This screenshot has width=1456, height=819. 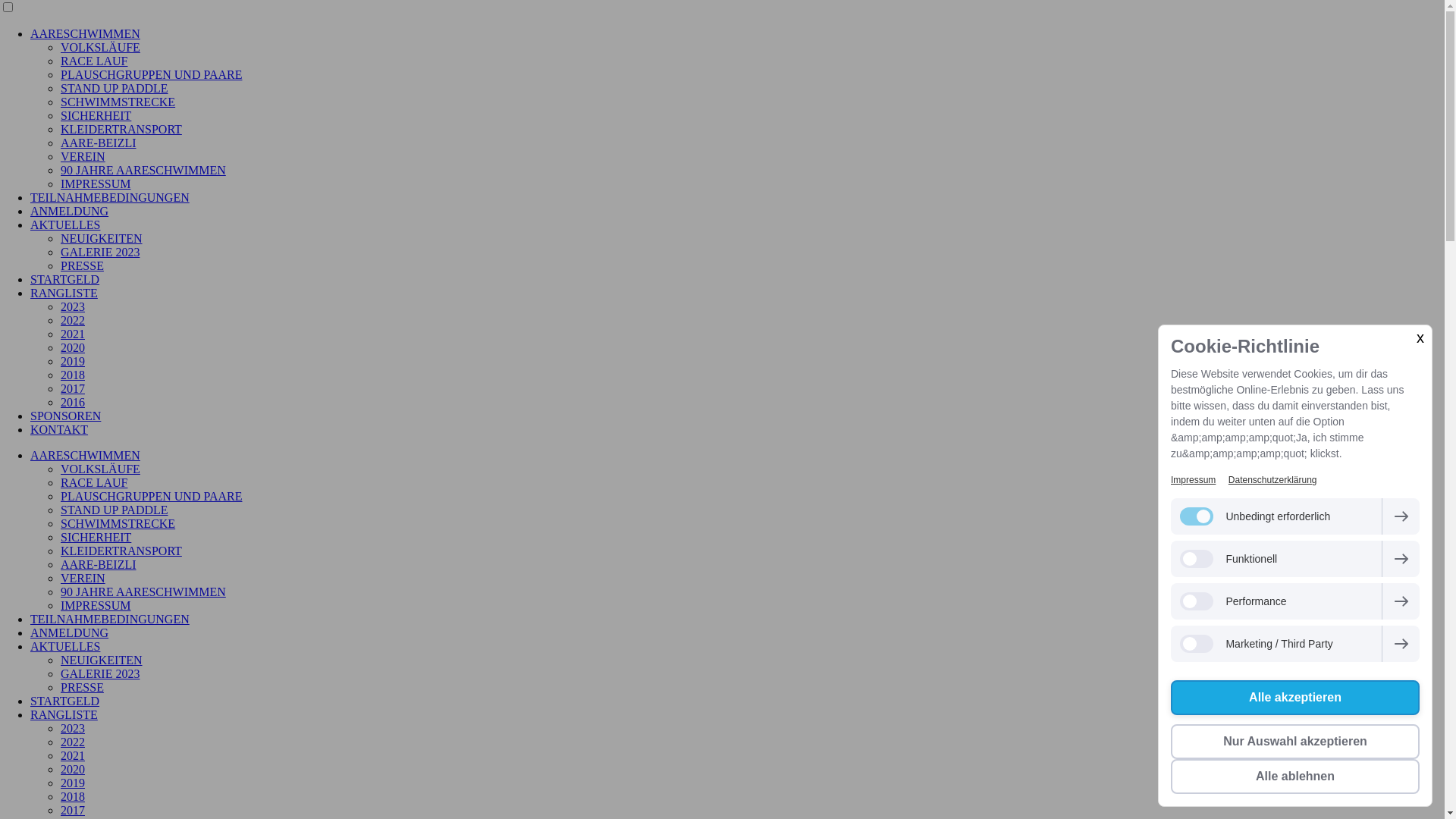 What do you see at coordinates (30, 416) in the screenshot?
I see `'SPONSOREN'` at bounding box center [30, 416].